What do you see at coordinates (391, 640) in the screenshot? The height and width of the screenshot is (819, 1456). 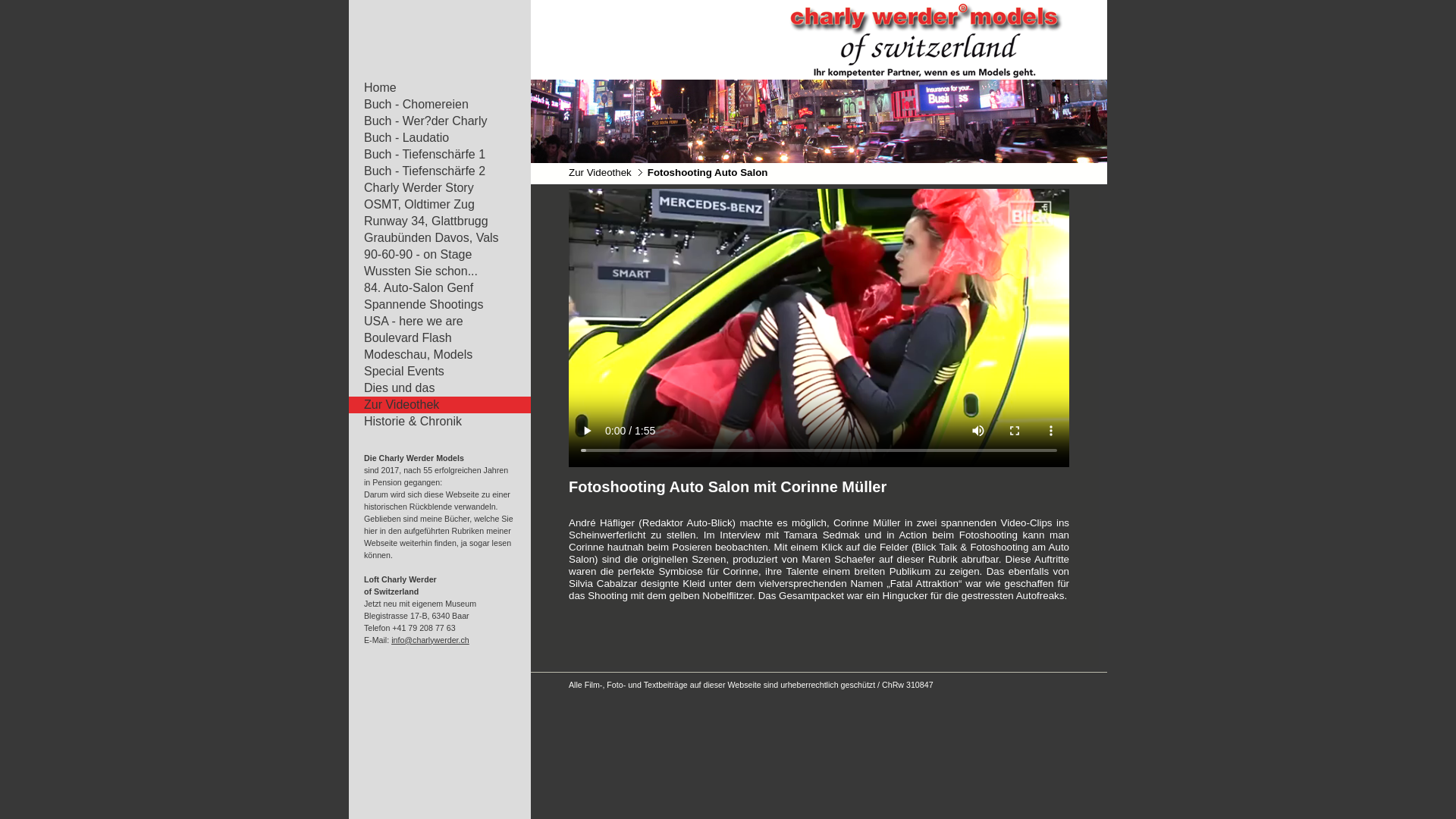 I see `'info@charlywerder.ch'` at bounding box center [391, 640].